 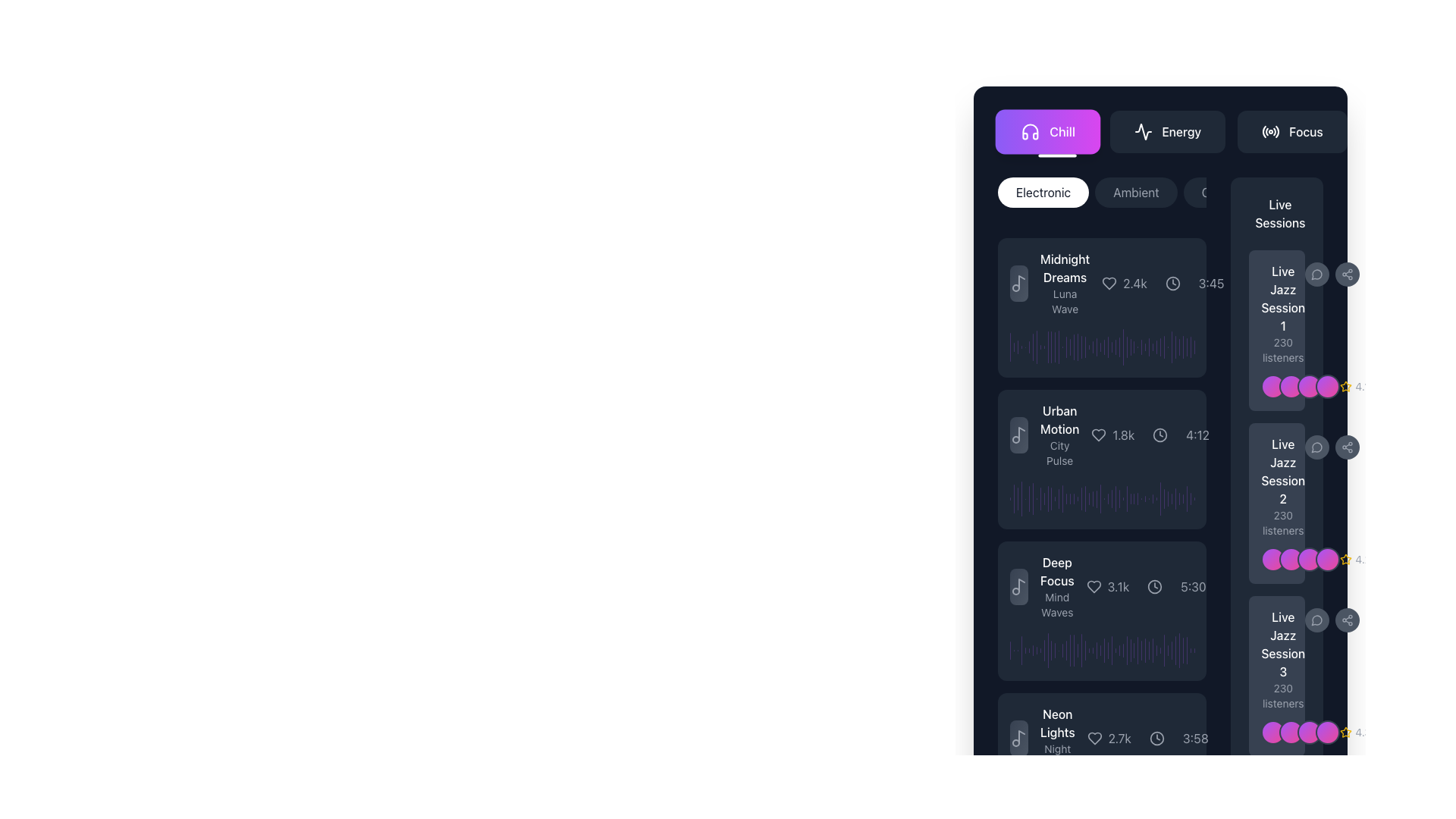 What do you see at coordinates (1316, 620) in the screenshot?
I see `the circular speech bubble icon located in the rightmost column of the session listing interface, aligned with the 'Live Jazz Session 3' entry` at bounding box center [1316, 620].